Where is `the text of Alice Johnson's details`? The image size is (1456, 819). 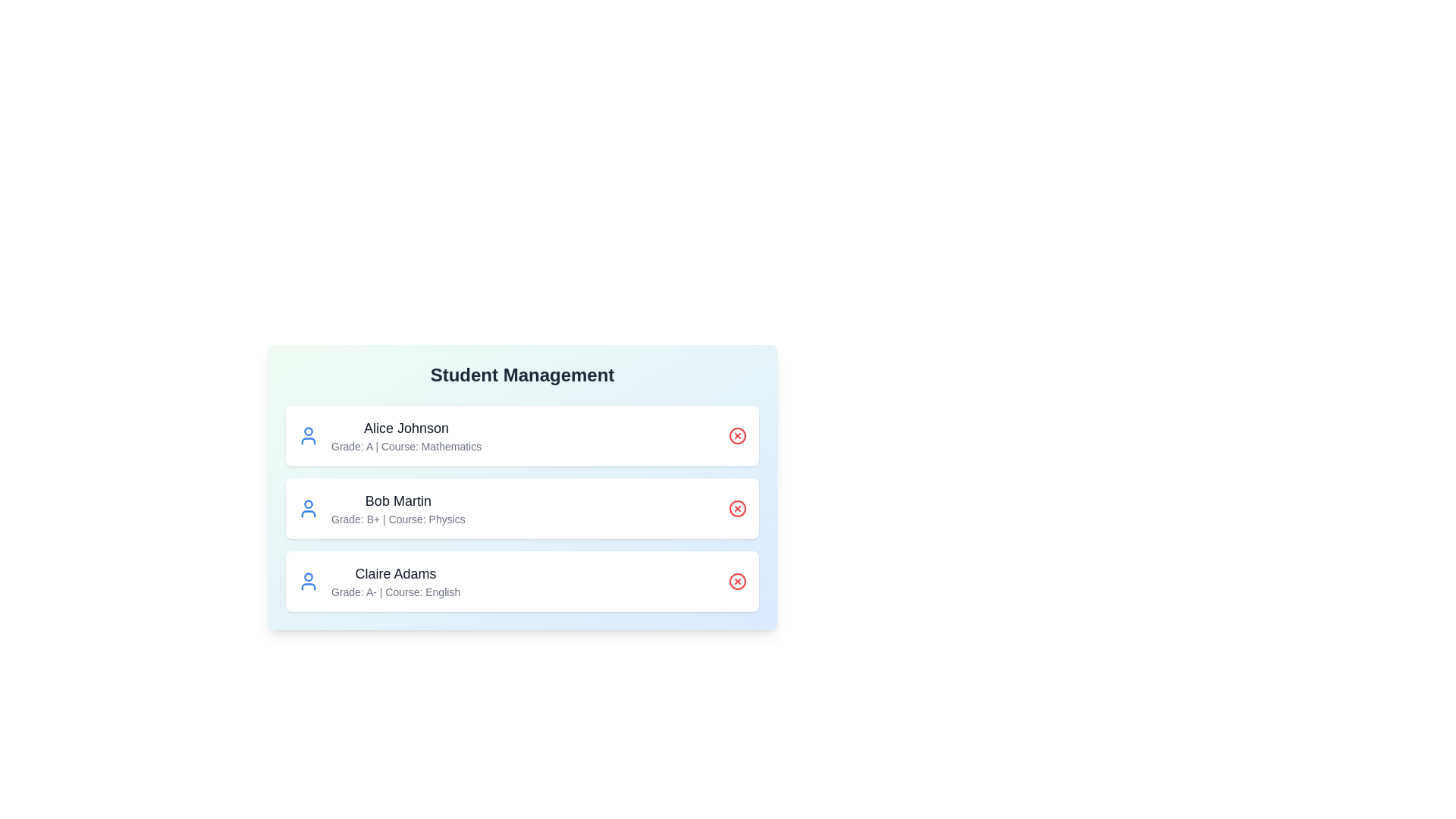
the text of Alice Johnson's details is located at coordinates (406, 428).